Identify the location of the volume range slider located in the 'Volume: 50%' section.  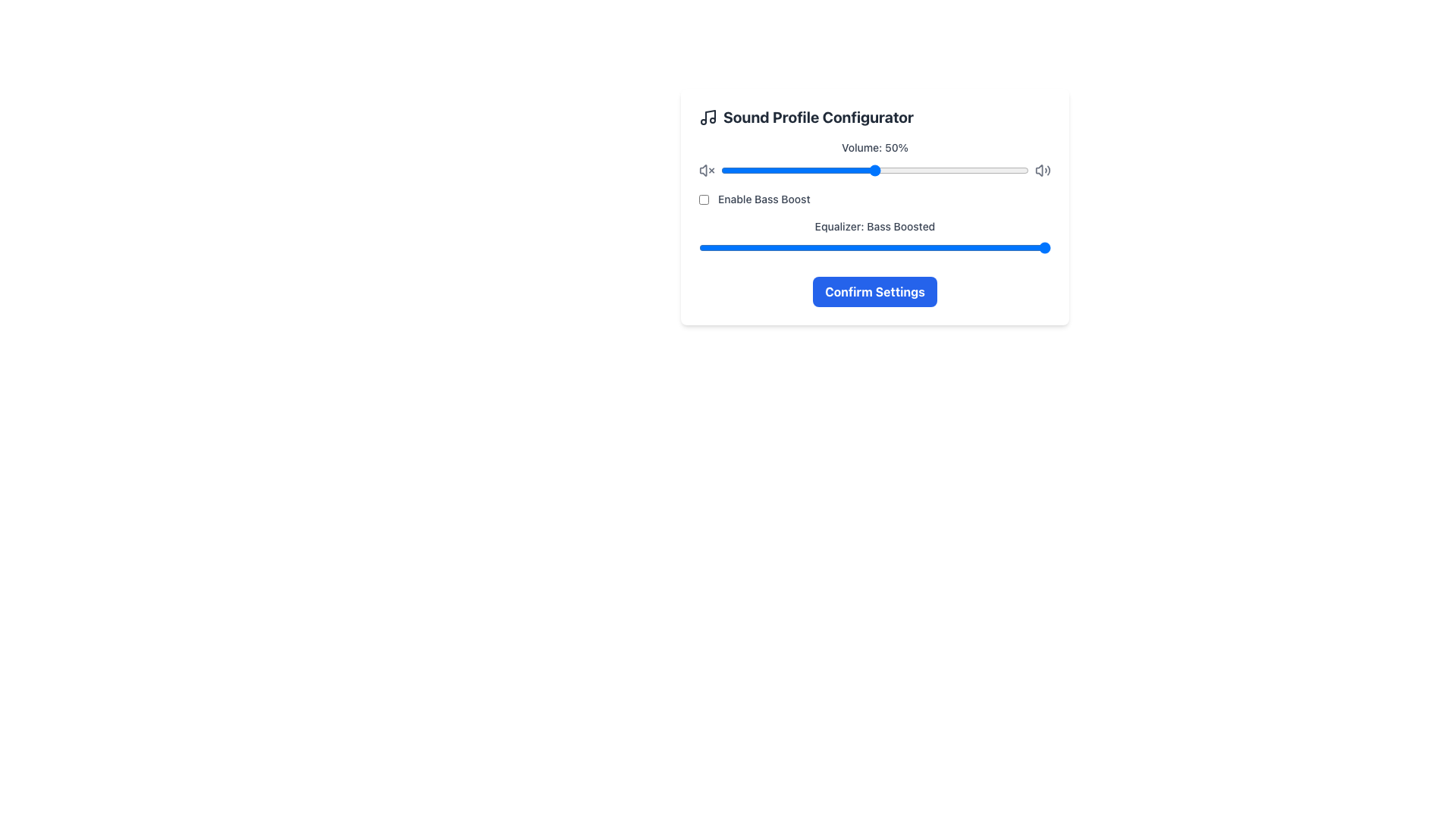
(874, 170).